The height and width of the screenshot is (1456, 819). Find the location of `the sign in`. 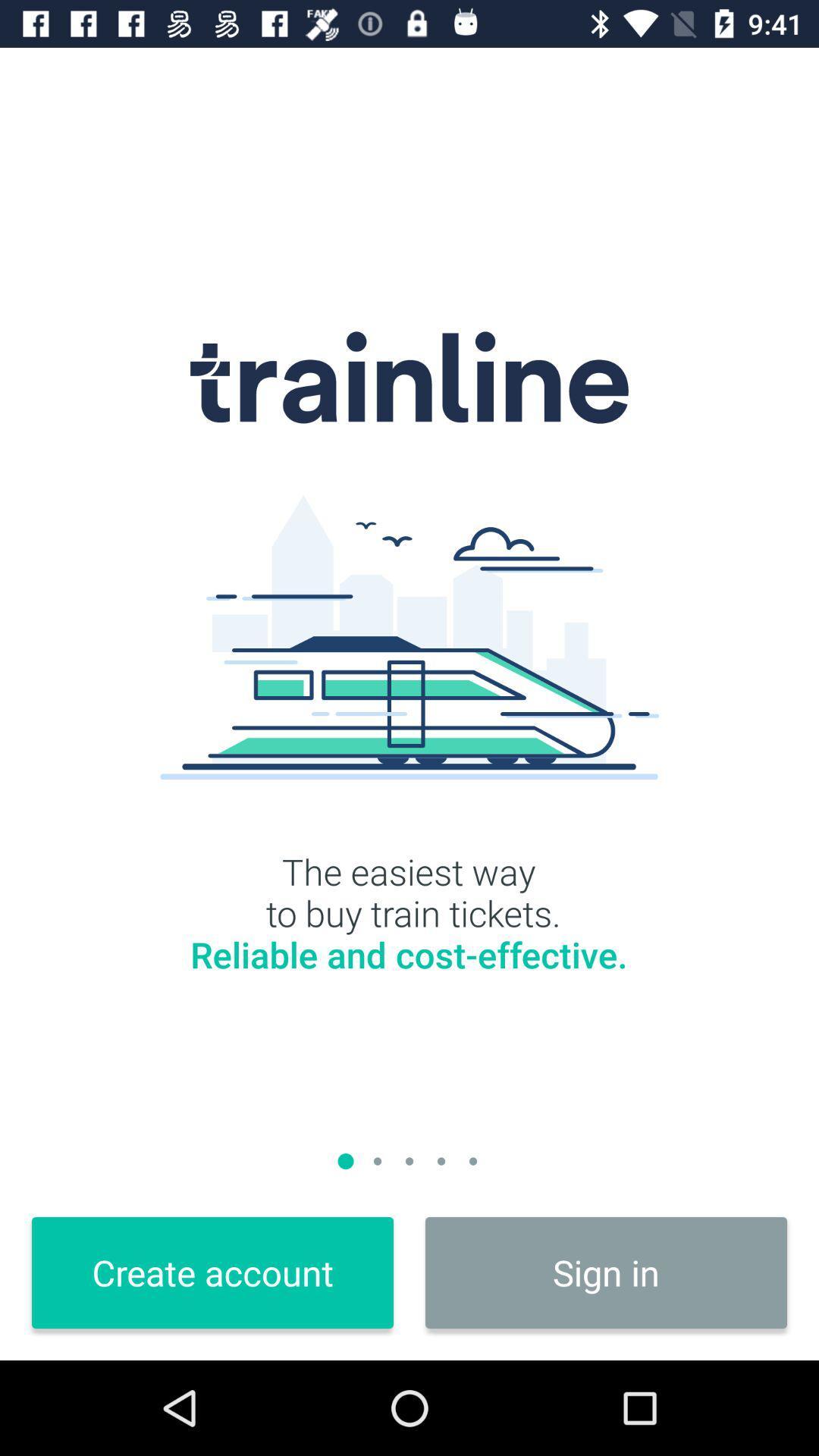

the sign in is located at coordinates (605, 1272).